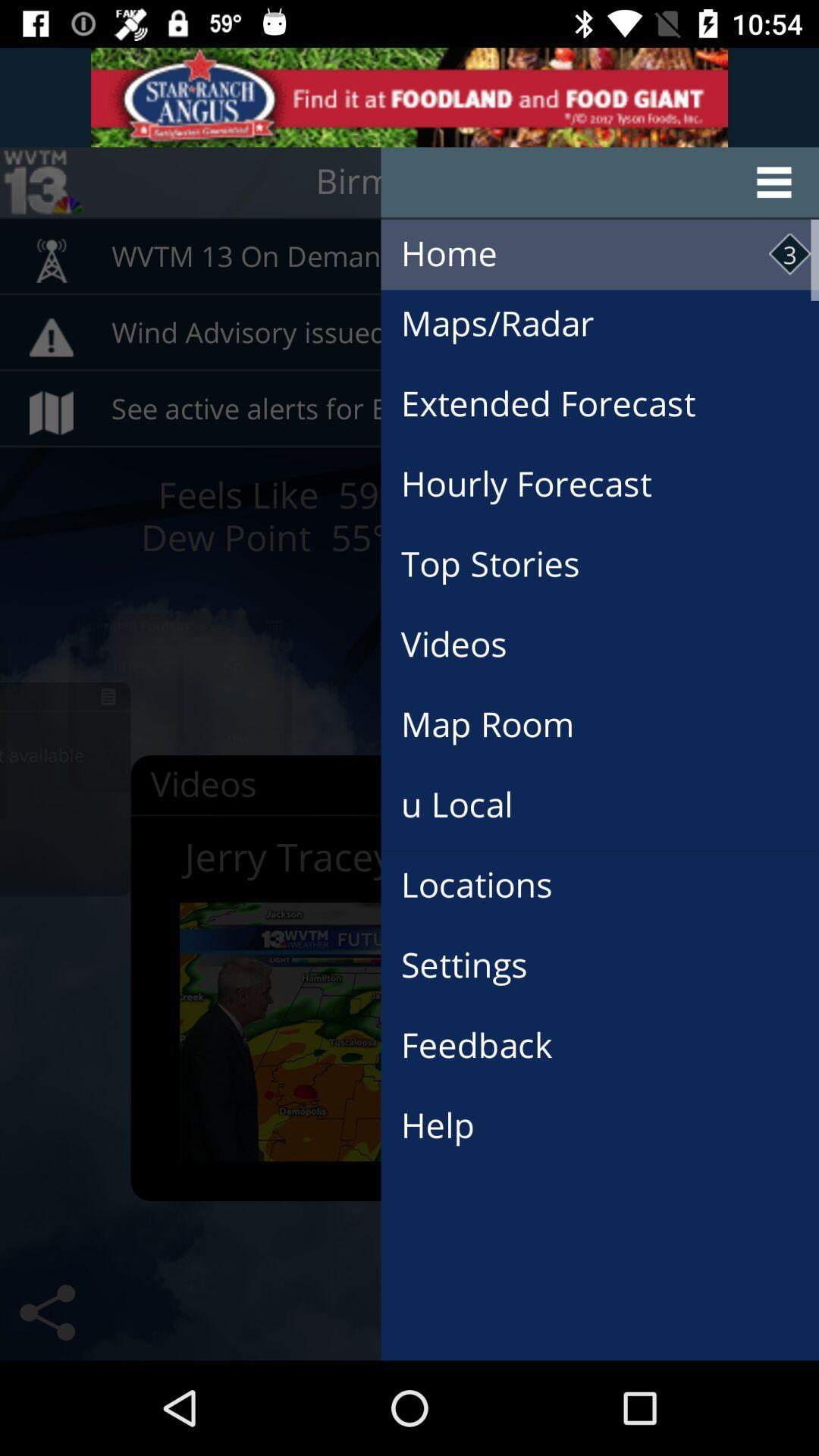  I want to click on the share icon, so click(46, 1312).